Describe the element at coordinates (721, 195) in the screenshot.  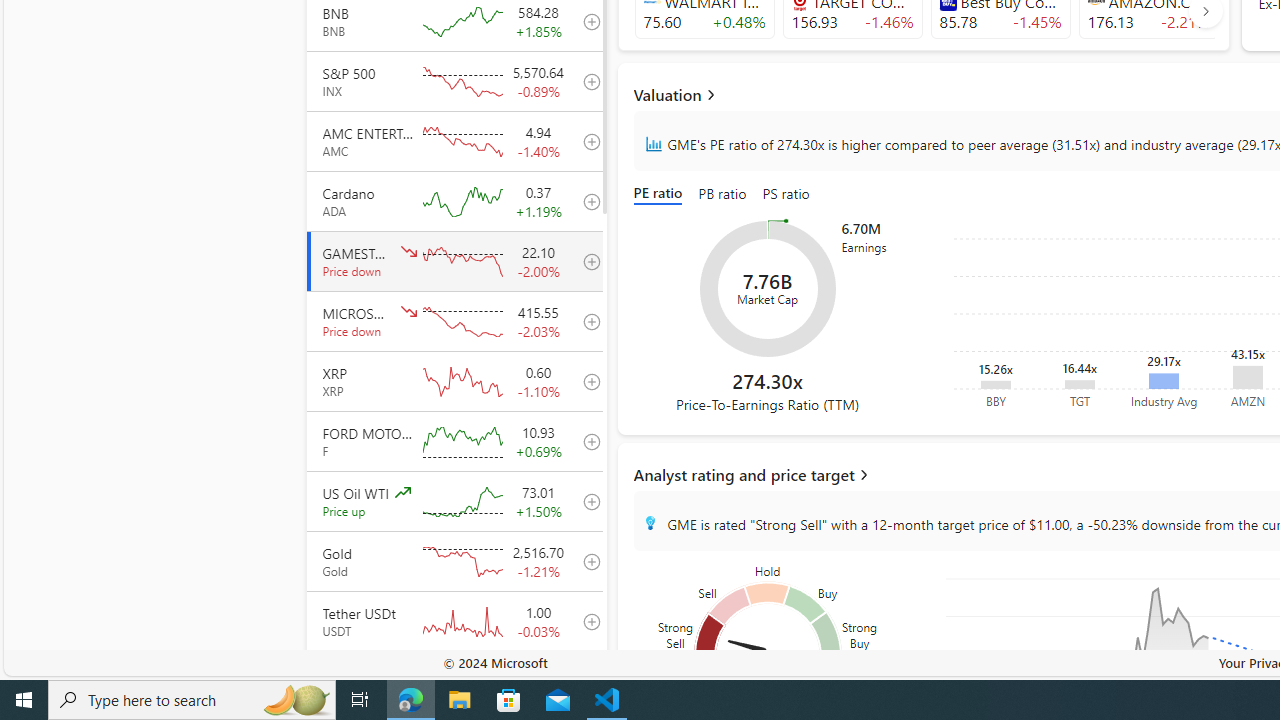
I see `'PB ratio'` at that location.